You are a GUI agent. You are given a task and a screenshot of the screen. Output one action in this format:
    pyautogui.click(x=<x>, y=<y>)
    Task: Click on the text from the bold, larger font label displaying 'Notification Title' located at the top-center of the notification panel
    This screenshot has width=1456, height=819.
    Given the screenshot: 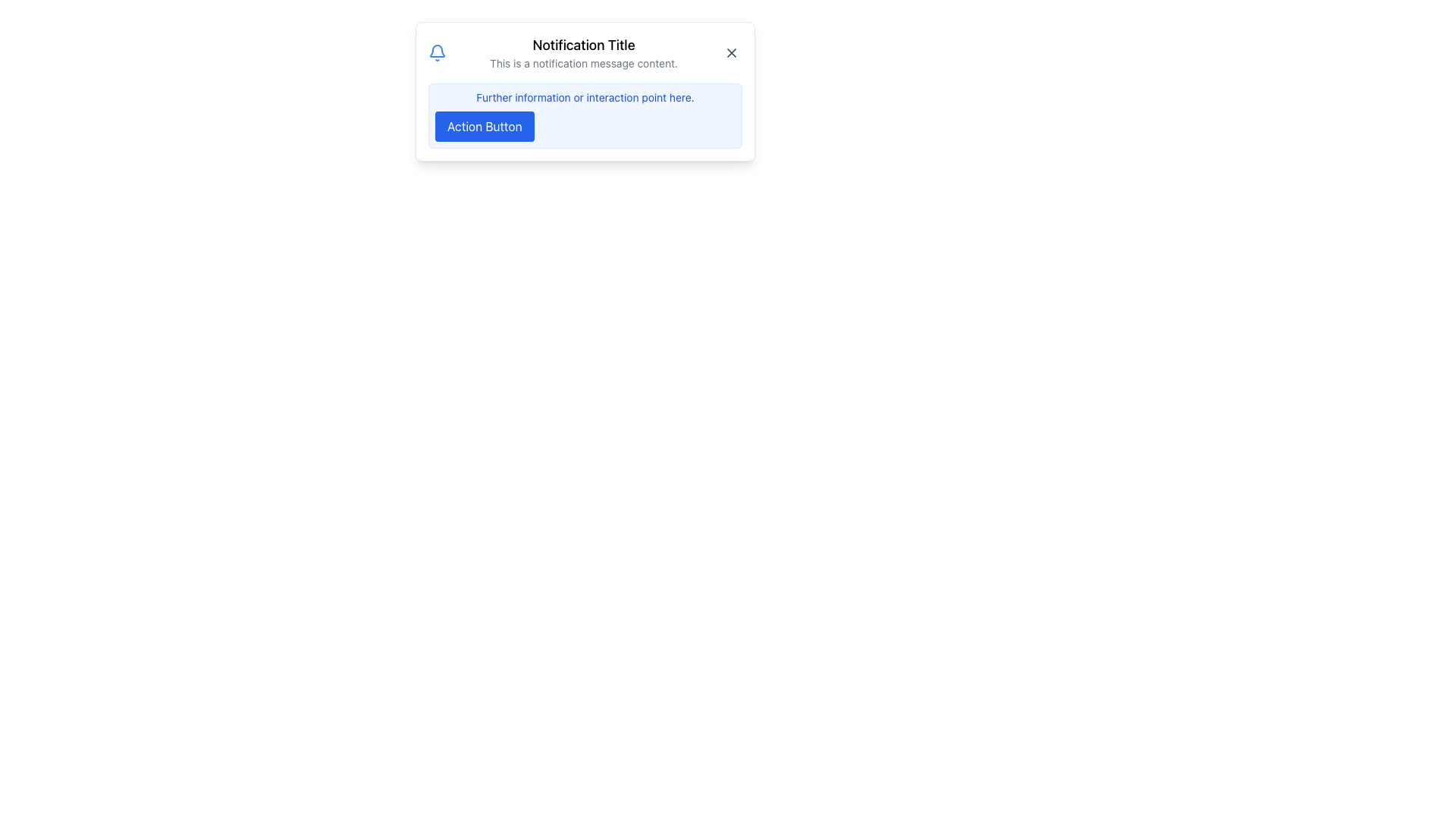 What is the action you would take?
    pyautogui.click(x=582, y=45)
    